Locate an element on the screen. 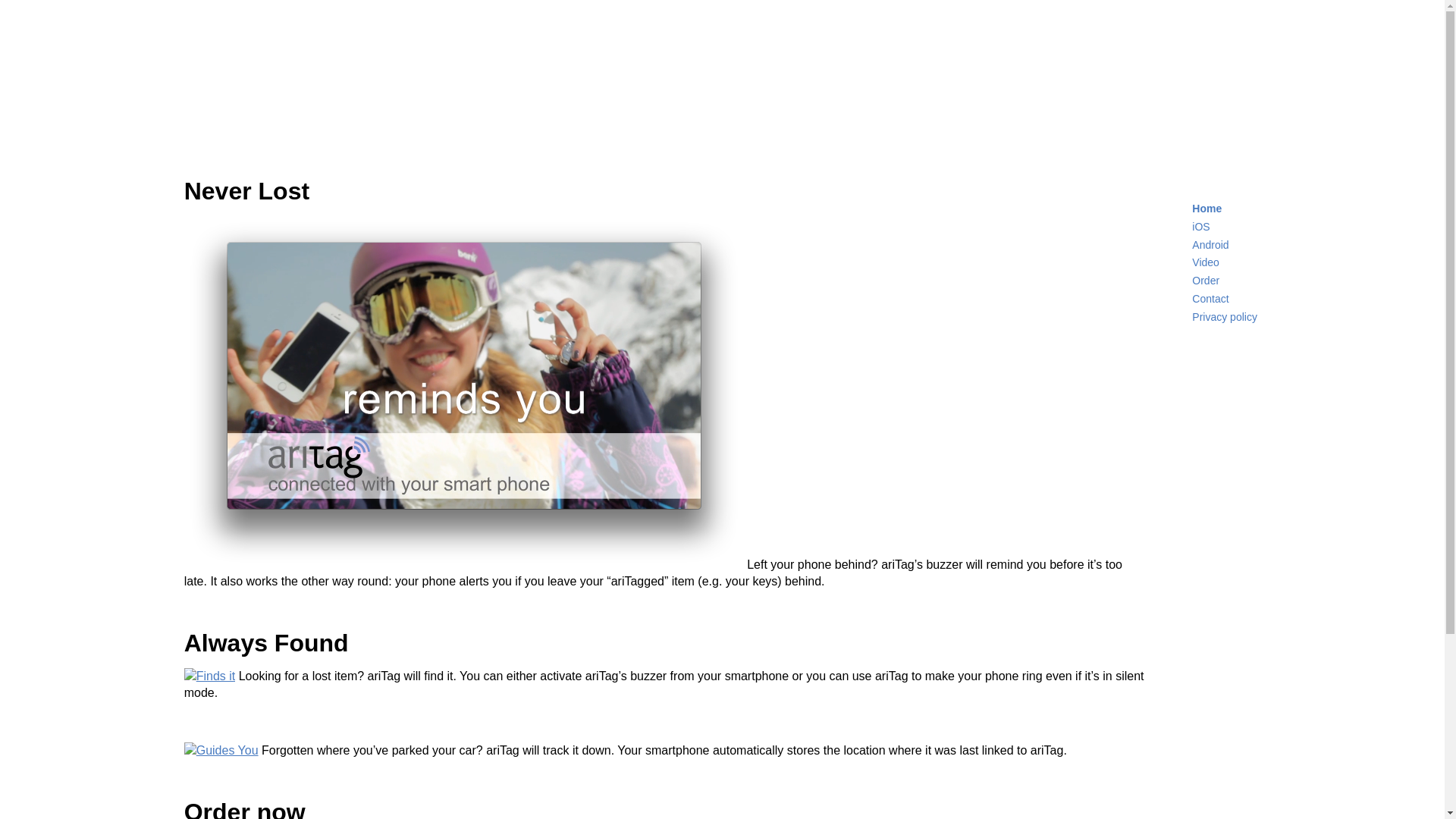  'Privacy policy' is located at coordinates (1224, 315).